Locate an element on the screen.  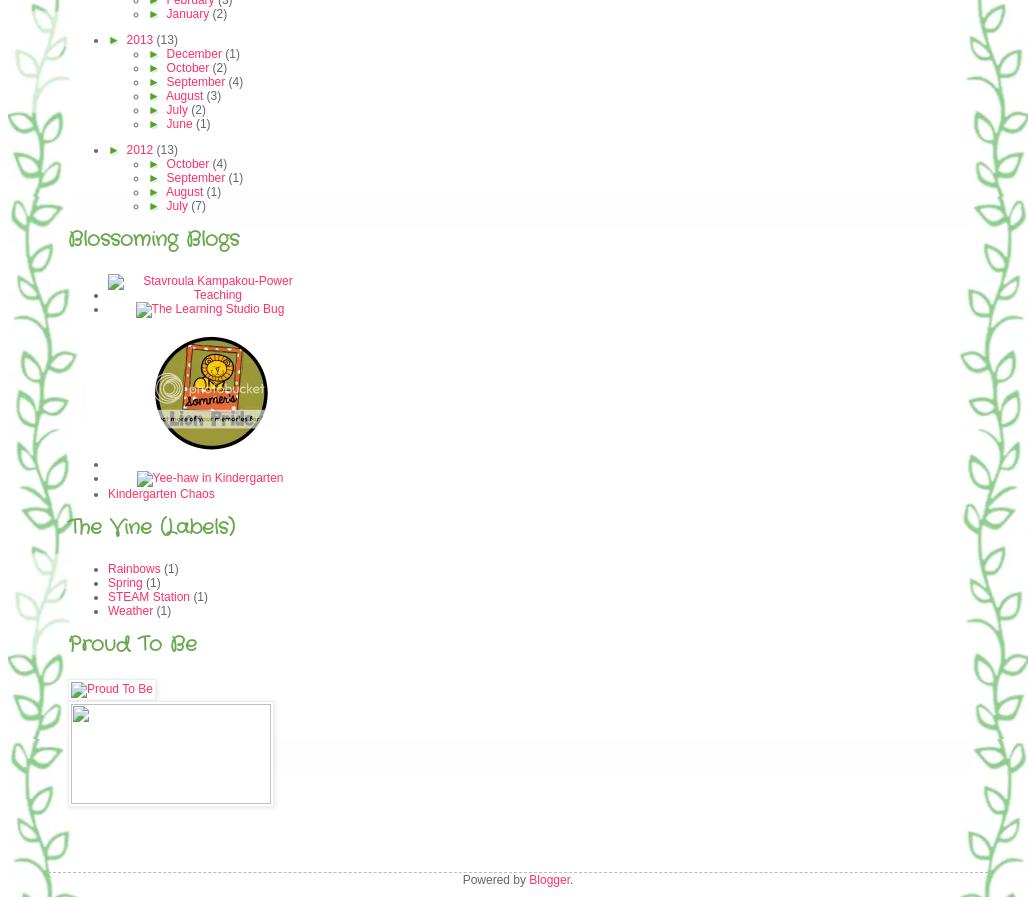
'2013' is located at coordinates (125, 37).